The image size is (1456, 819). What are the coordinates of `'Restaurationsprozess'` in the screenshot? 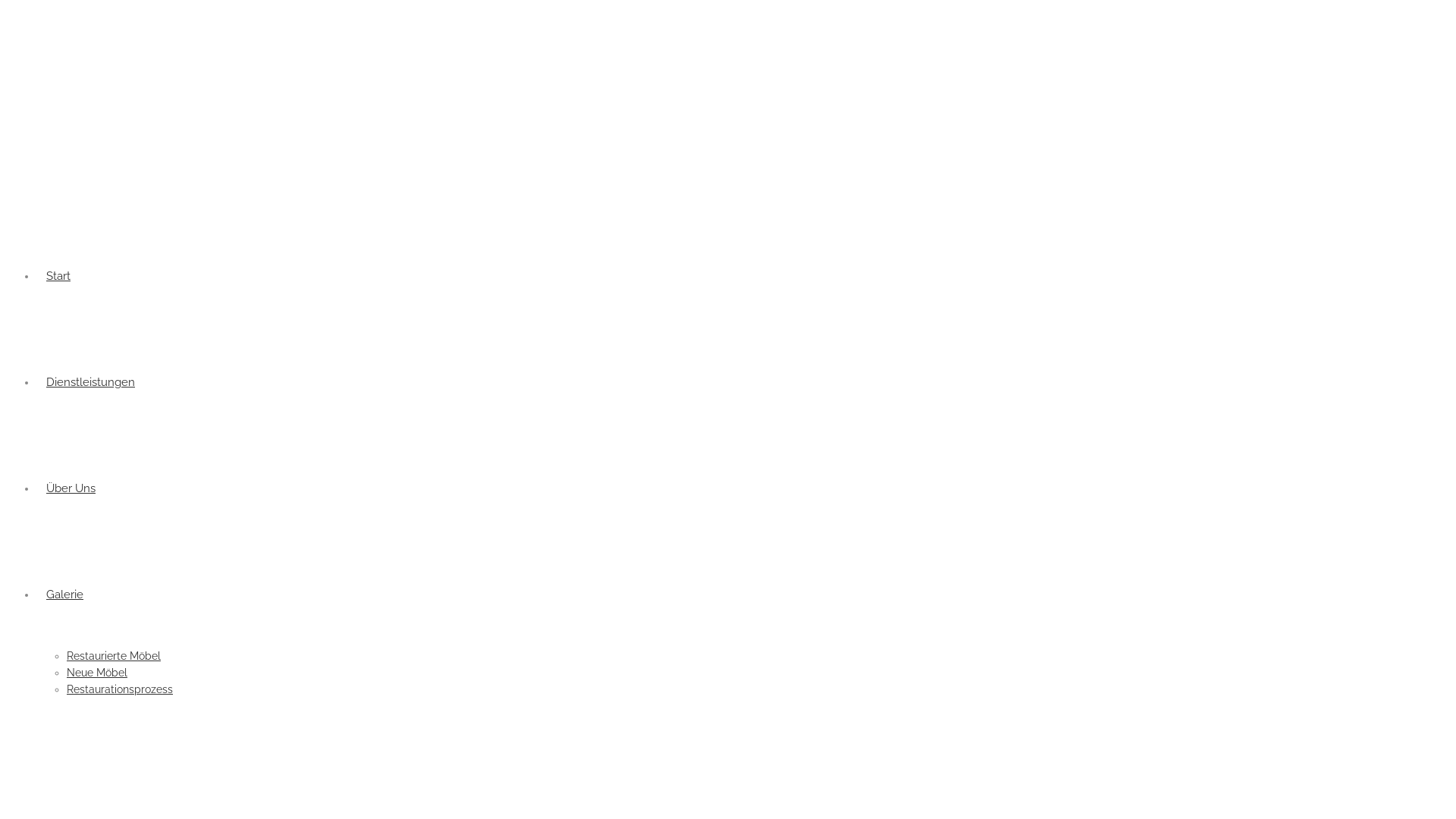 It's located at (65, 689).